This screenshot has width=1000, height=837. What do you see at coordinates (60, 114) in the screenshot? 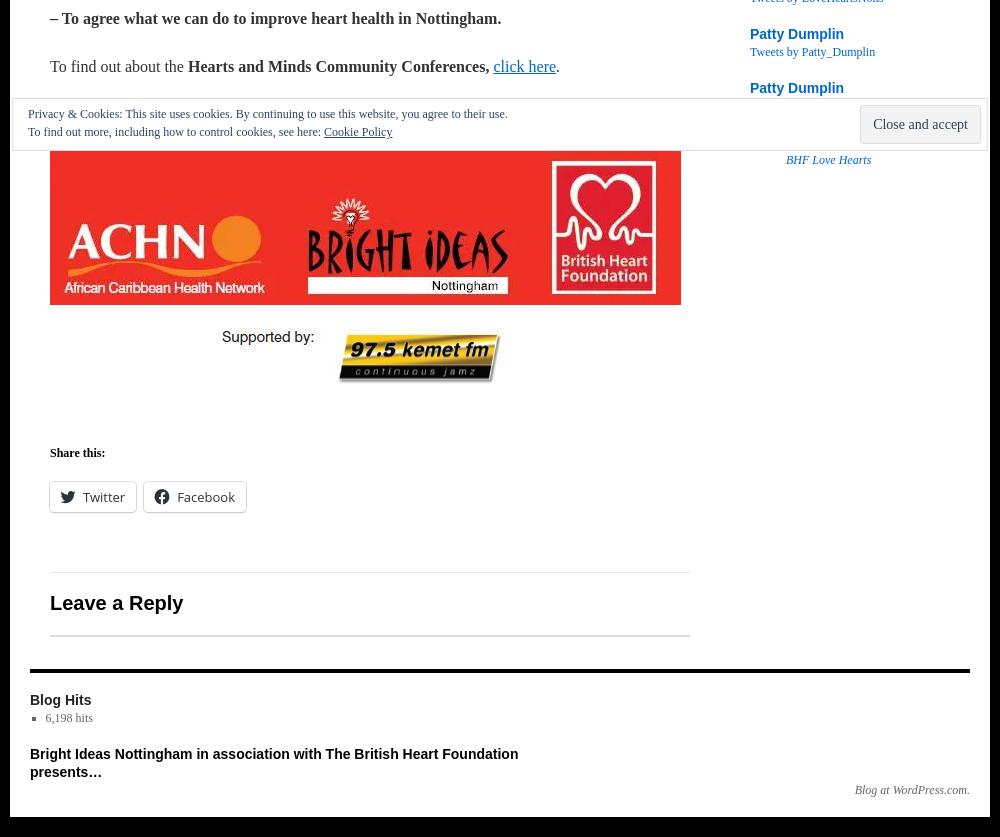
I see `'Or'` at bounding box center [60, 114].